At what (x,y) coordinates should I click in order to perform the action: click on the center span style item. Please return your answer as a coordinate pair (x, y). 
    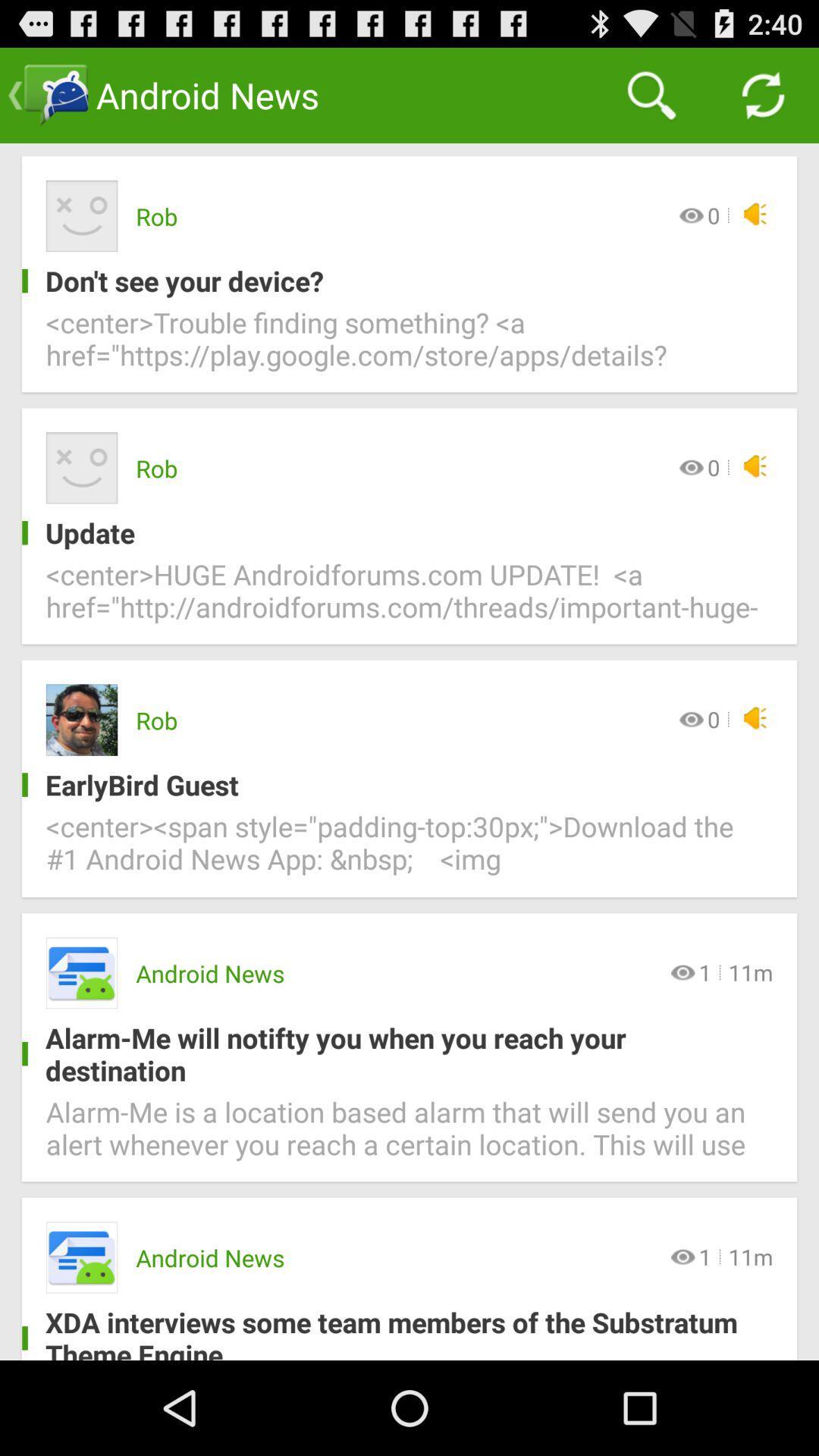
    Looking at the image, I should click on (409, 852).